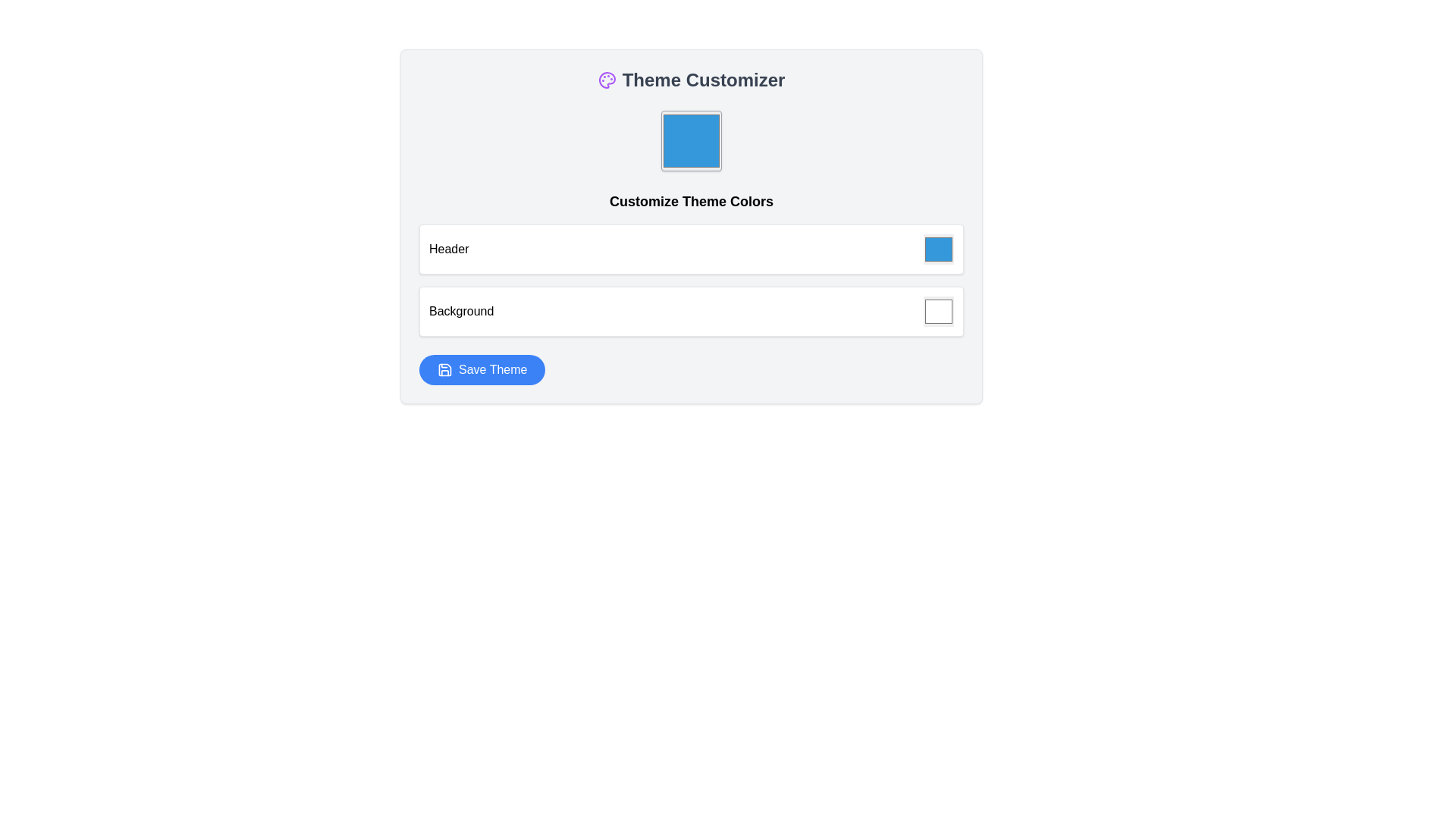 The image size is (1456, 819). I want to click on the palette icon with a purple outline and circular notches, which is located to the left of the 'Theme Customizer' title text, so click(607, 80).